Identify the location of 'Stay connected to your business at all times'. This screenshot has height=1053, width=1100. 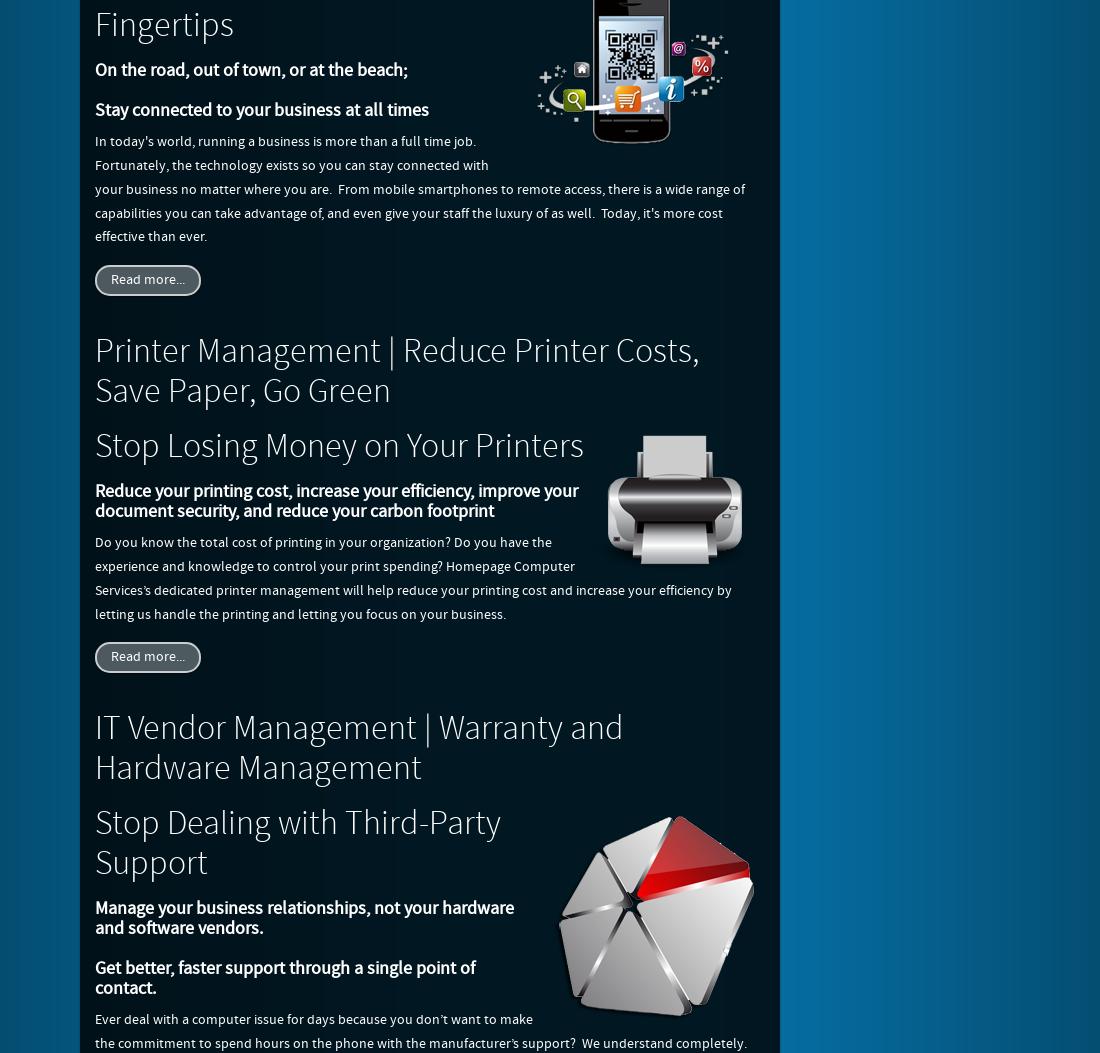
(262, 110).